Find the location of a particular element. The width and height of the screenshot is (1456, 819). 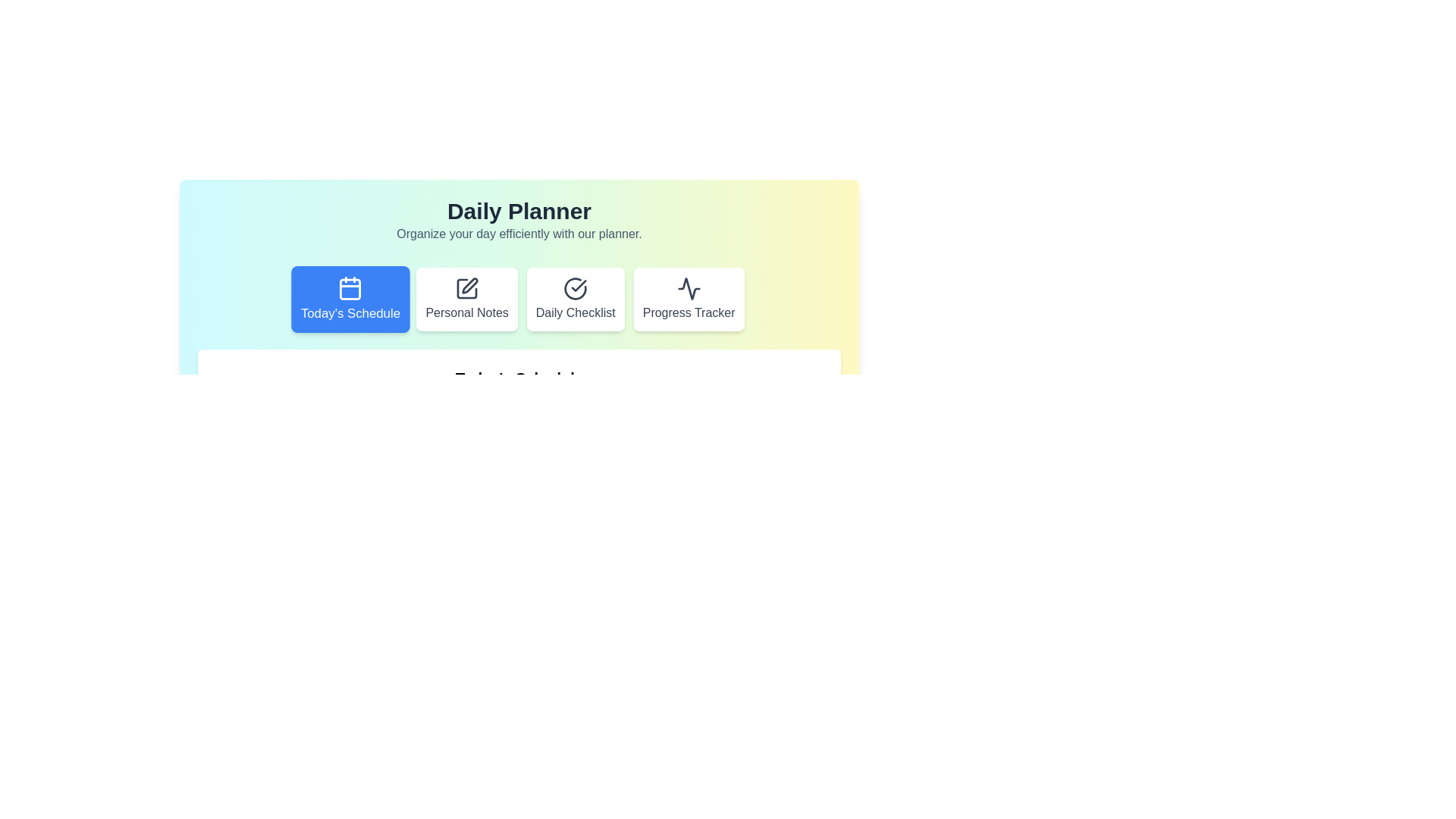

the tab corresponding to Progress Tracker is located at coordinates (688, 299).